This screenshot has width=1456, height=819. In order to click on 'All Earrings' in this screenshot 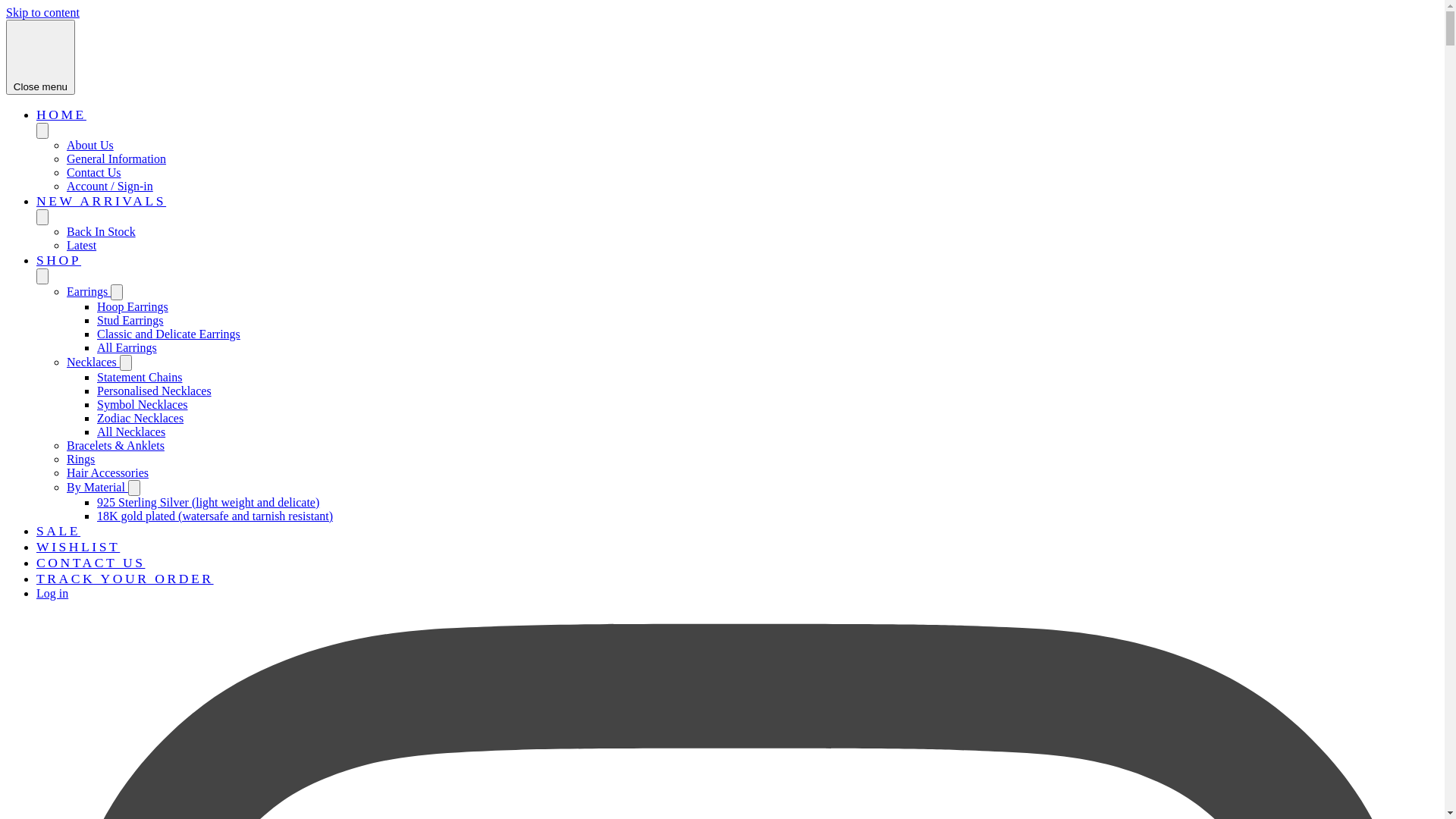, I will do `click(127, 347)`.